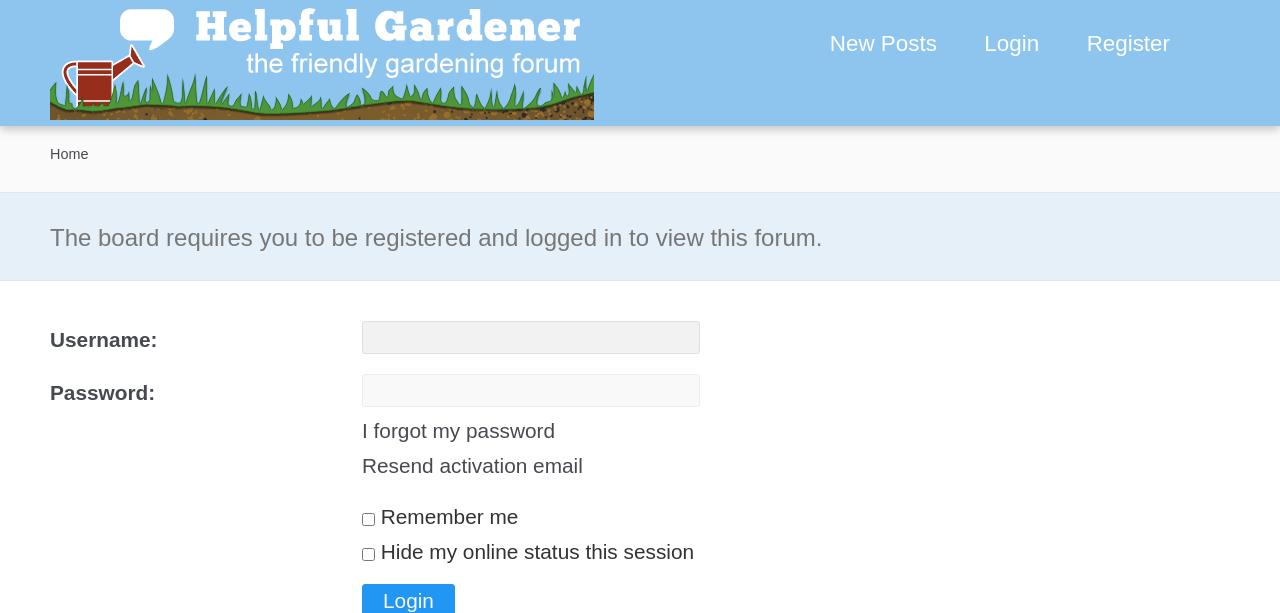  Describe the element at coordinates (1011, 43) in the screenshot. I see `'Login'` at that location.